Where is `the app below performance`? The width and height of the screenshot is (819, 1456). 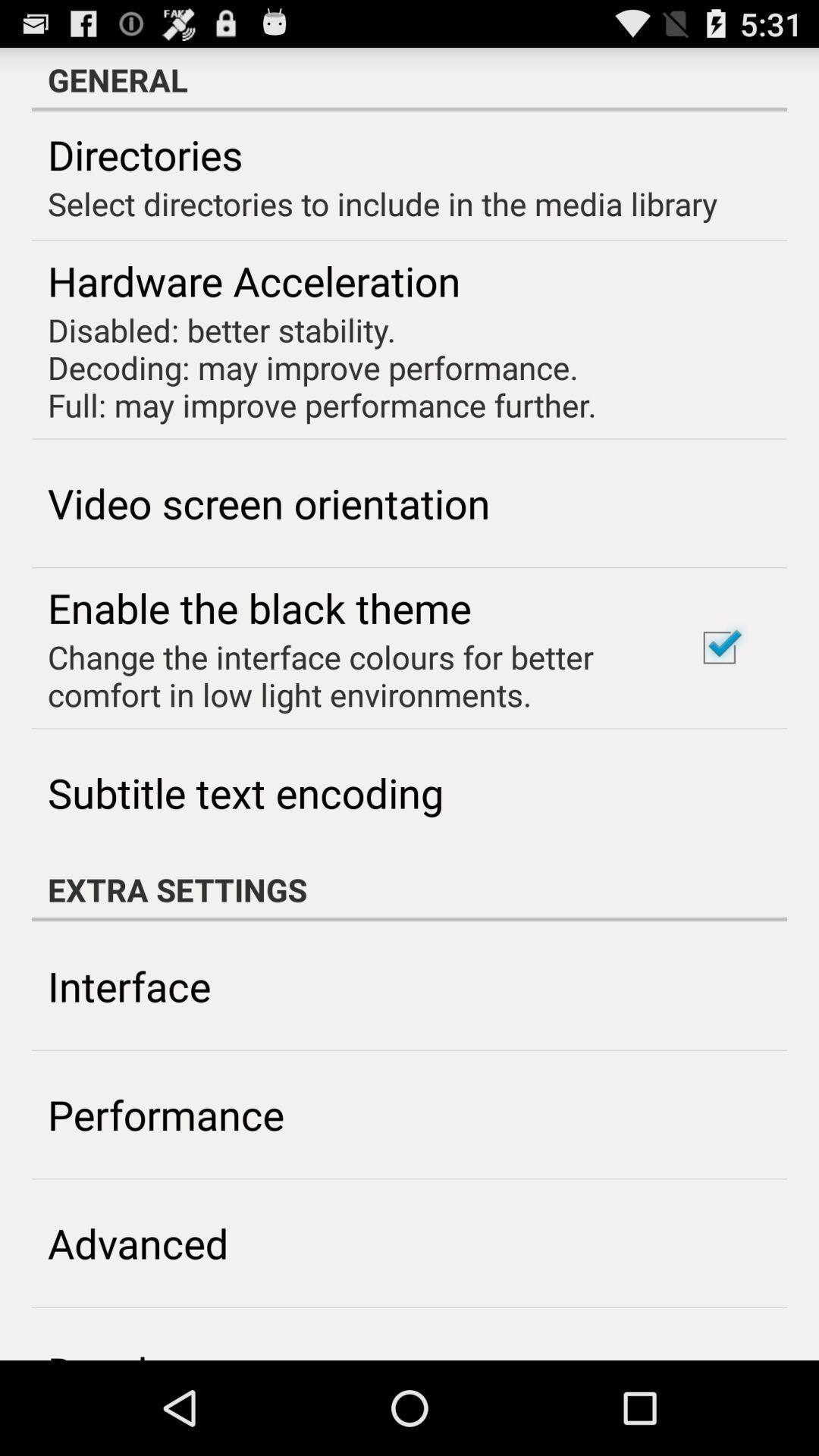 the app below performance is located at coordinates (138, 1243).